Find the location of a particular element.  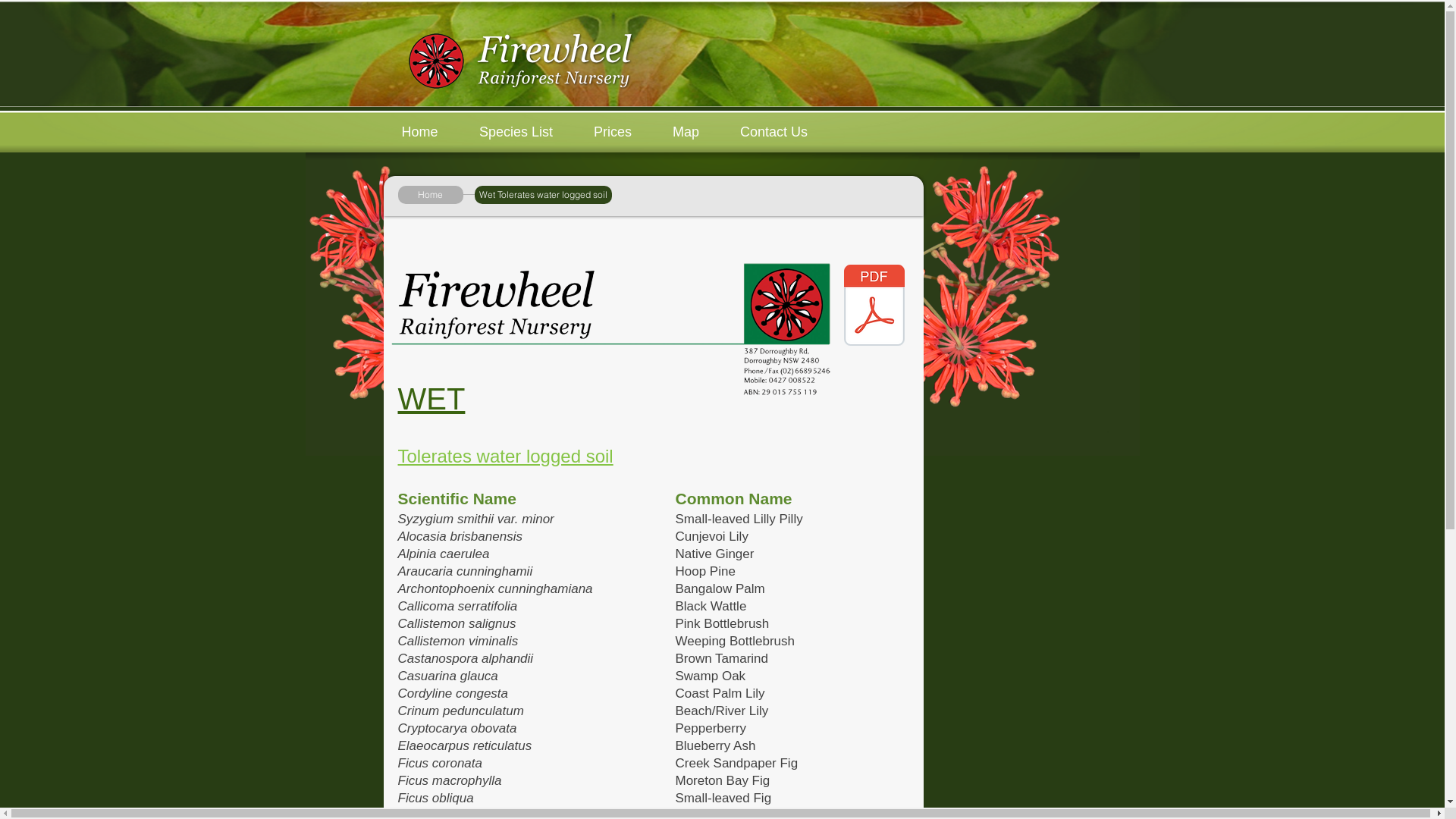

'Prices' is located at coordinates (612, 130).